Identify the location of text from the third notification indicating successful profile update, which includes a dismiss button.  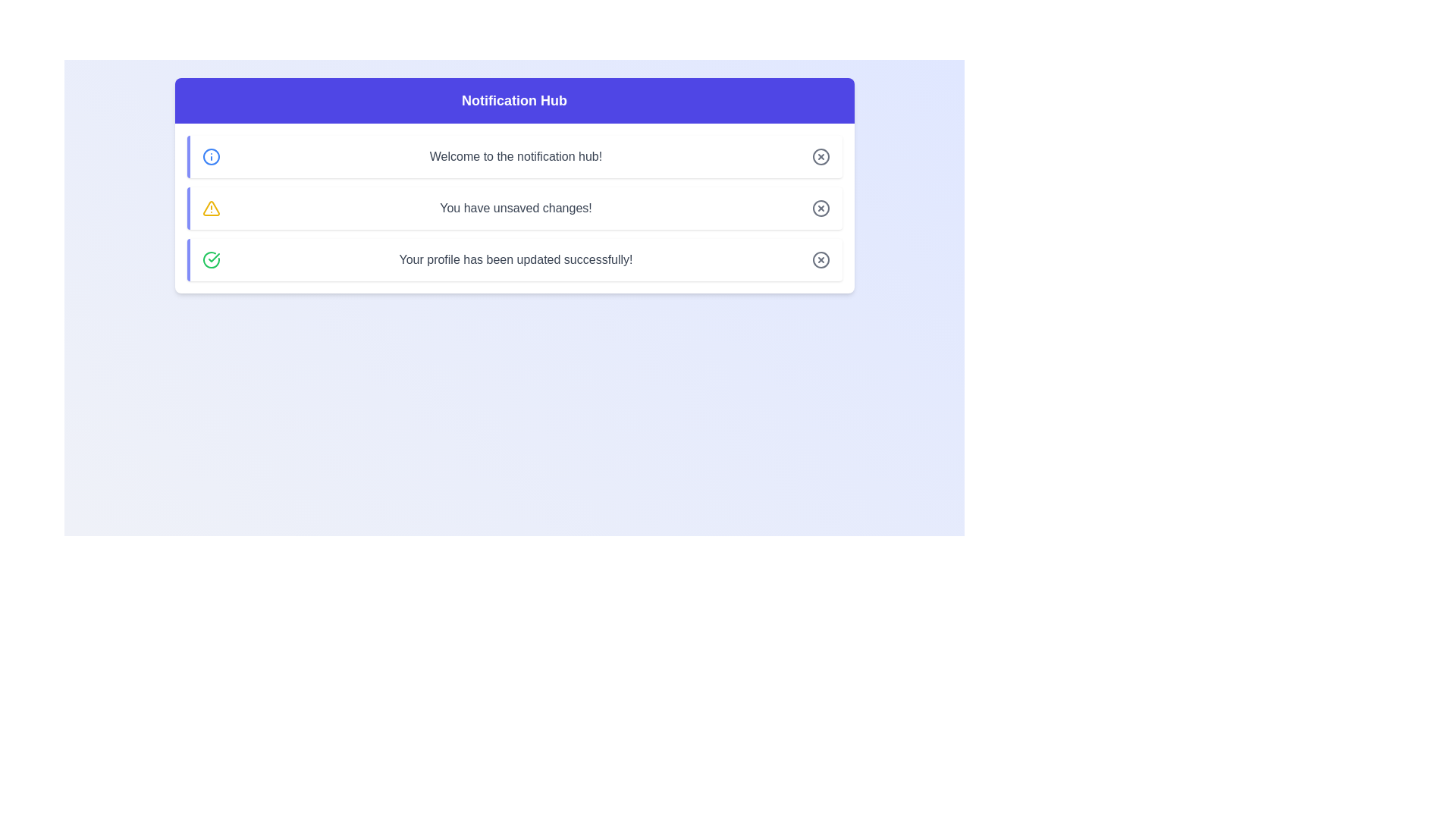
(514, 259).